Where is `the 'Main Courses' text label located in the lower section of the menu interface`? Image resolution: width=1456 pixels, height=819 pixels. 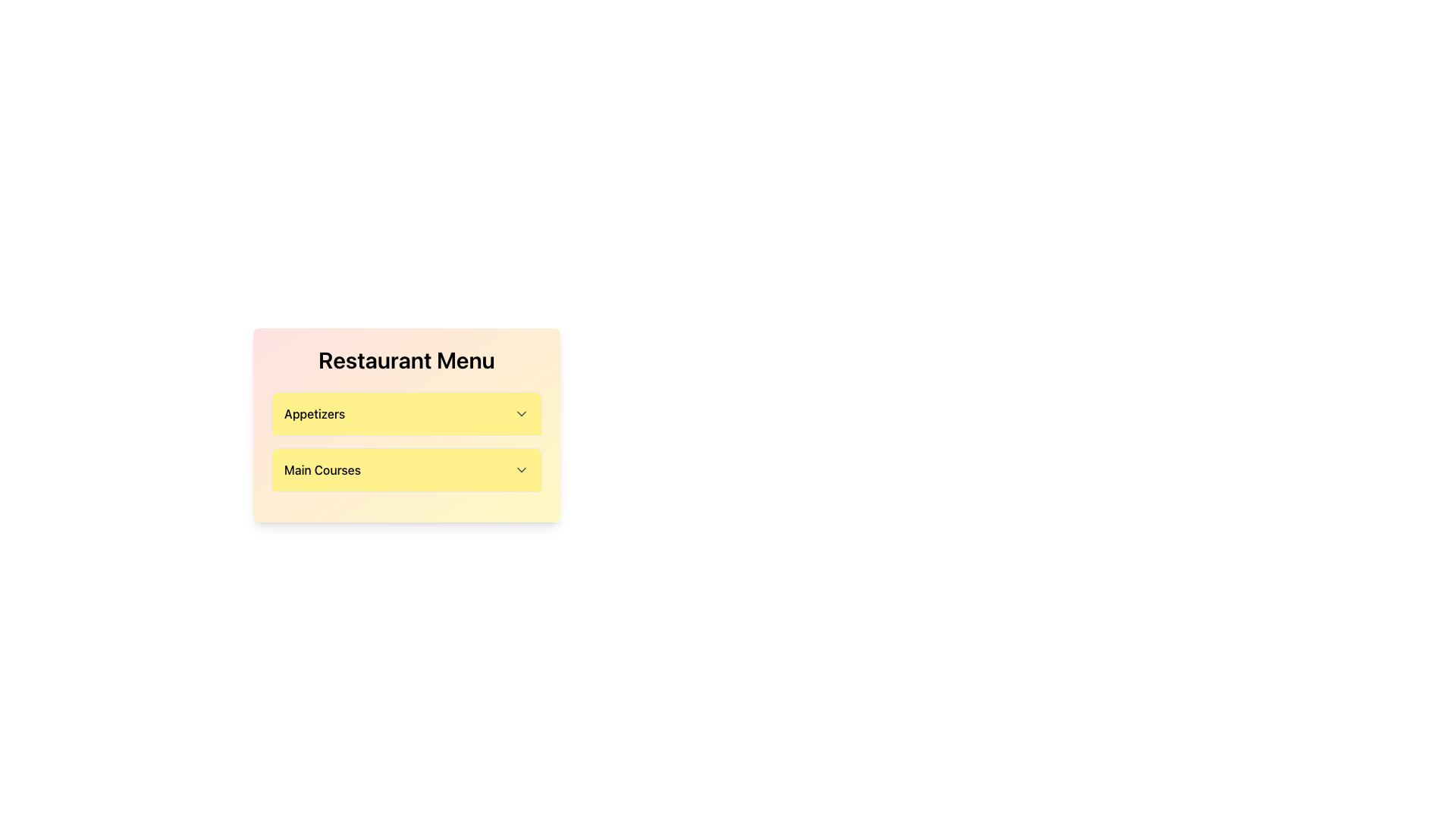 the 'Main Courses' text label located in the lower section of the menu interface is located at coordinates (322, 469).